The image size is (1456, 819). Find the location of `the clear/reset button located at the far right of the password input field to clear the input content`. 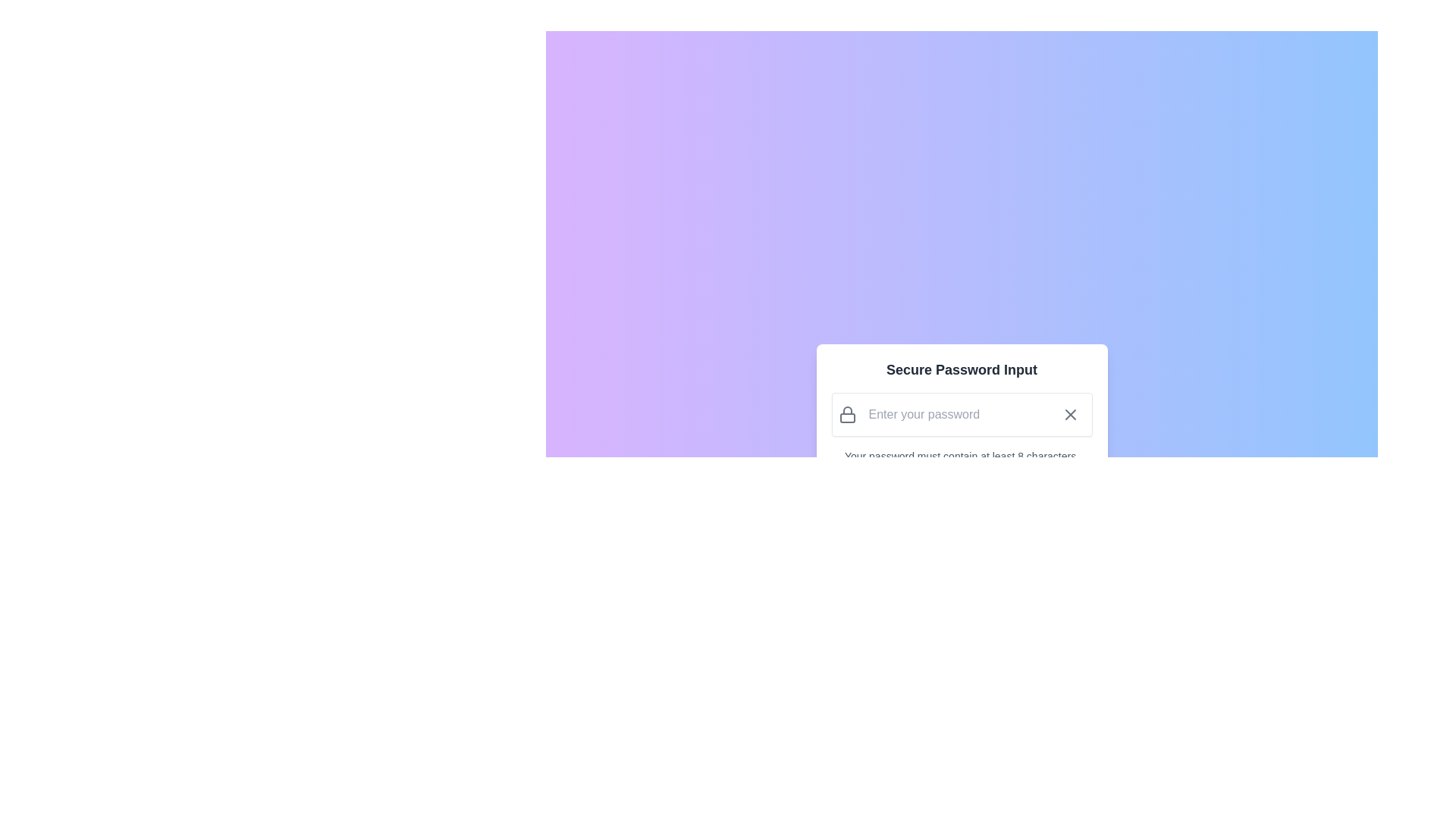

the clear/reset button located at the far right of the password input field to clear the input content is located at coordinates (1069, 415).